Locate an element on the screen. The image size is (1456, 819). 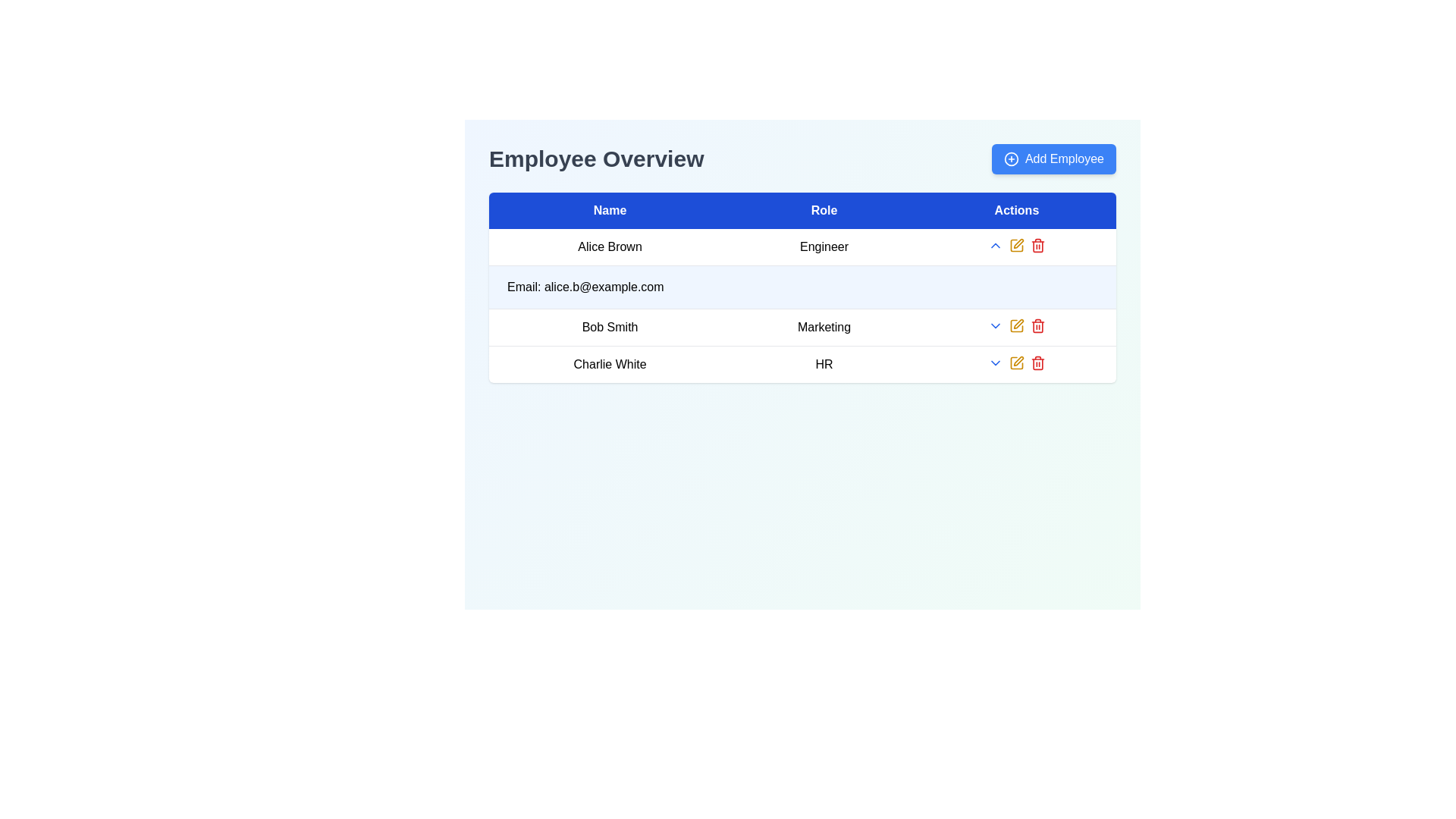
the circular vector graphics component with a thin outline that is part of the 'Add Employee' button located in the top-right section of the interface is located at coordinates (1012, 158).